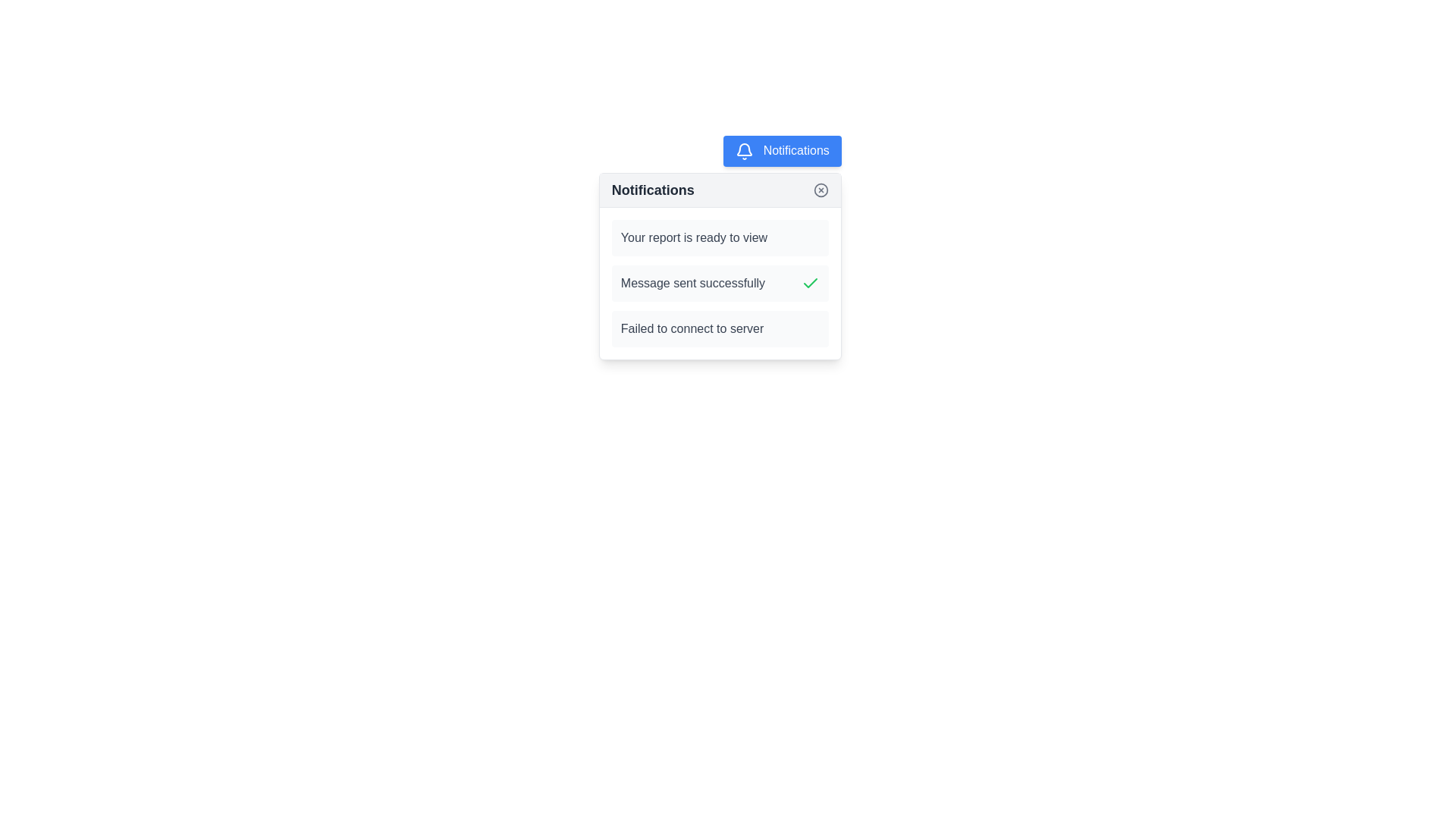 The image size is (1456, 819). What do you see at coordinates (783, 151) in the screenshot?
I see `the 'Notifications' button, which has a blue background and white text along with a bell icon` at bounding box center [783, 151].